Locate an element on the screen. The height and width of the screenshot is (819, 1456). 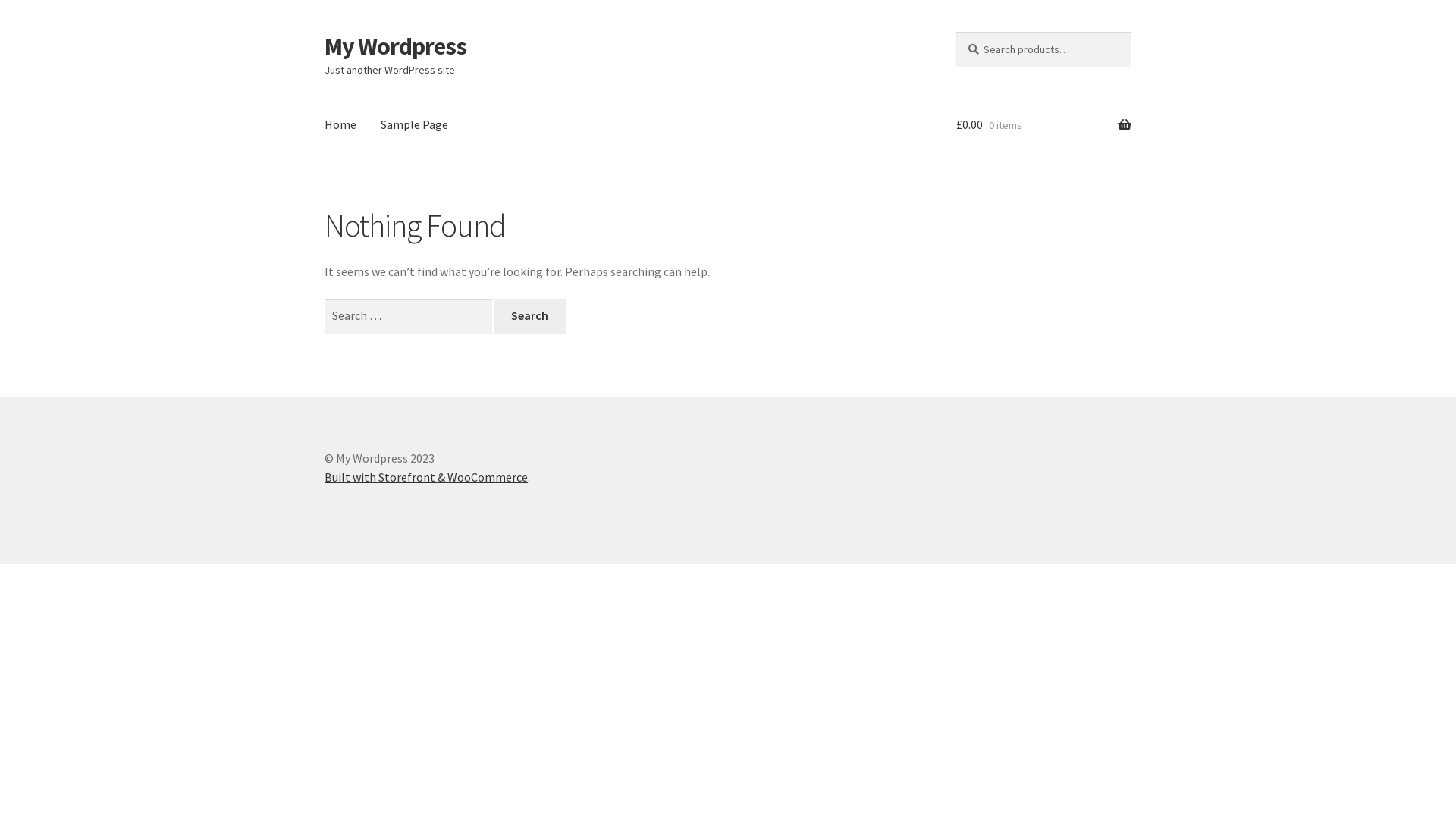
'Search' is located at coordinates (530, 315).